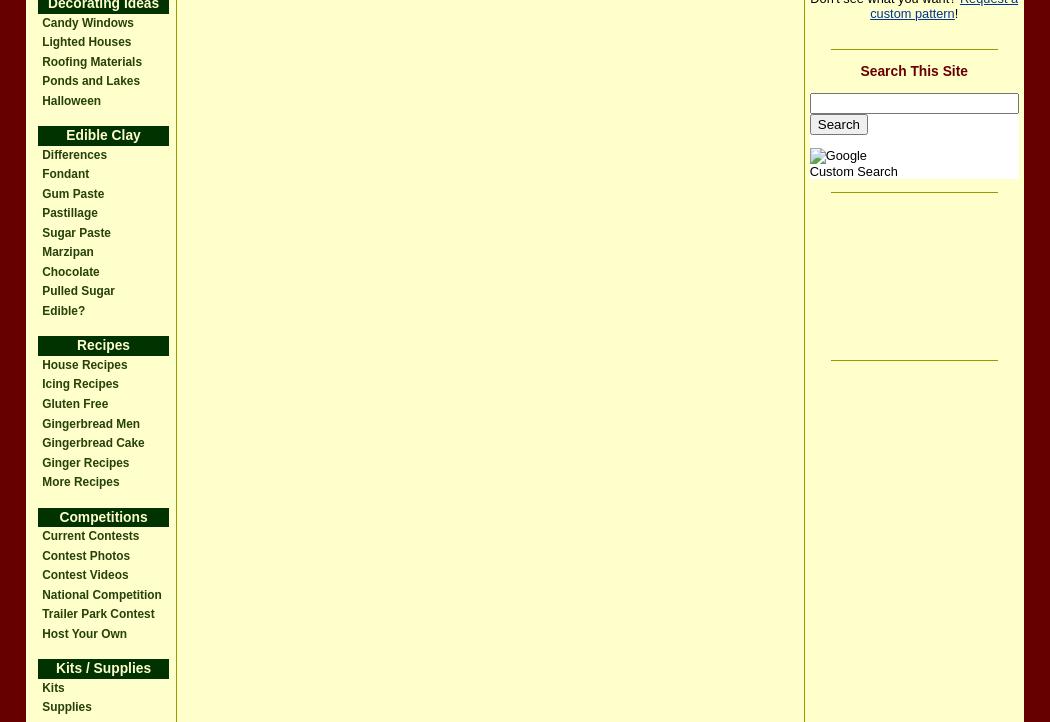 This screenshot has height=722, width=1050. What do you see at coordinates (86, 42) in the screenshot?
I see `'Lighted Houses'` at bounding box center [86, 42].